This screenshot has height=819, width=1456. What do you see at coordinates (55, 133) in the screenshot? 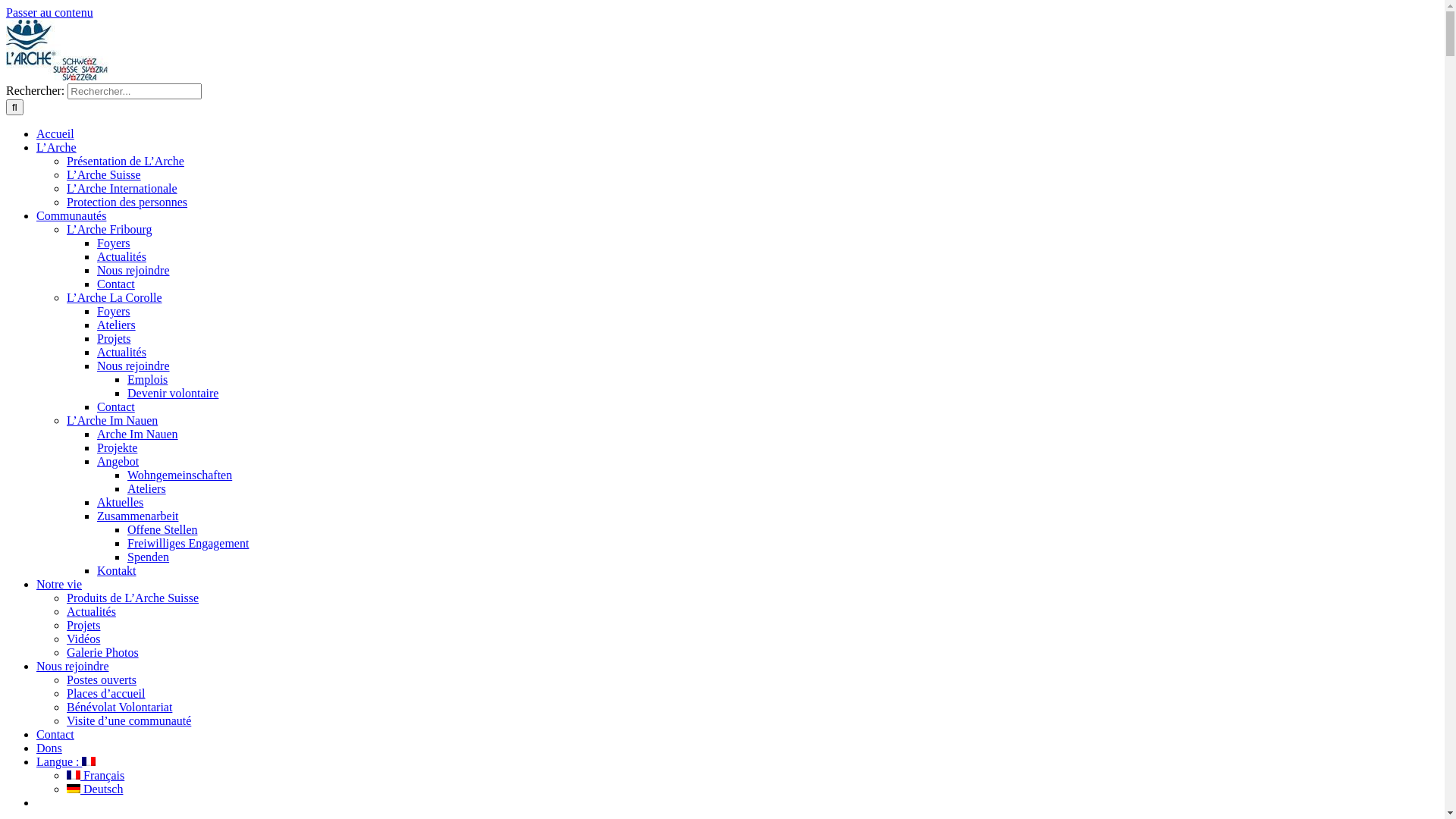
I see `'Accueil'` at bounding box center [55, 133].